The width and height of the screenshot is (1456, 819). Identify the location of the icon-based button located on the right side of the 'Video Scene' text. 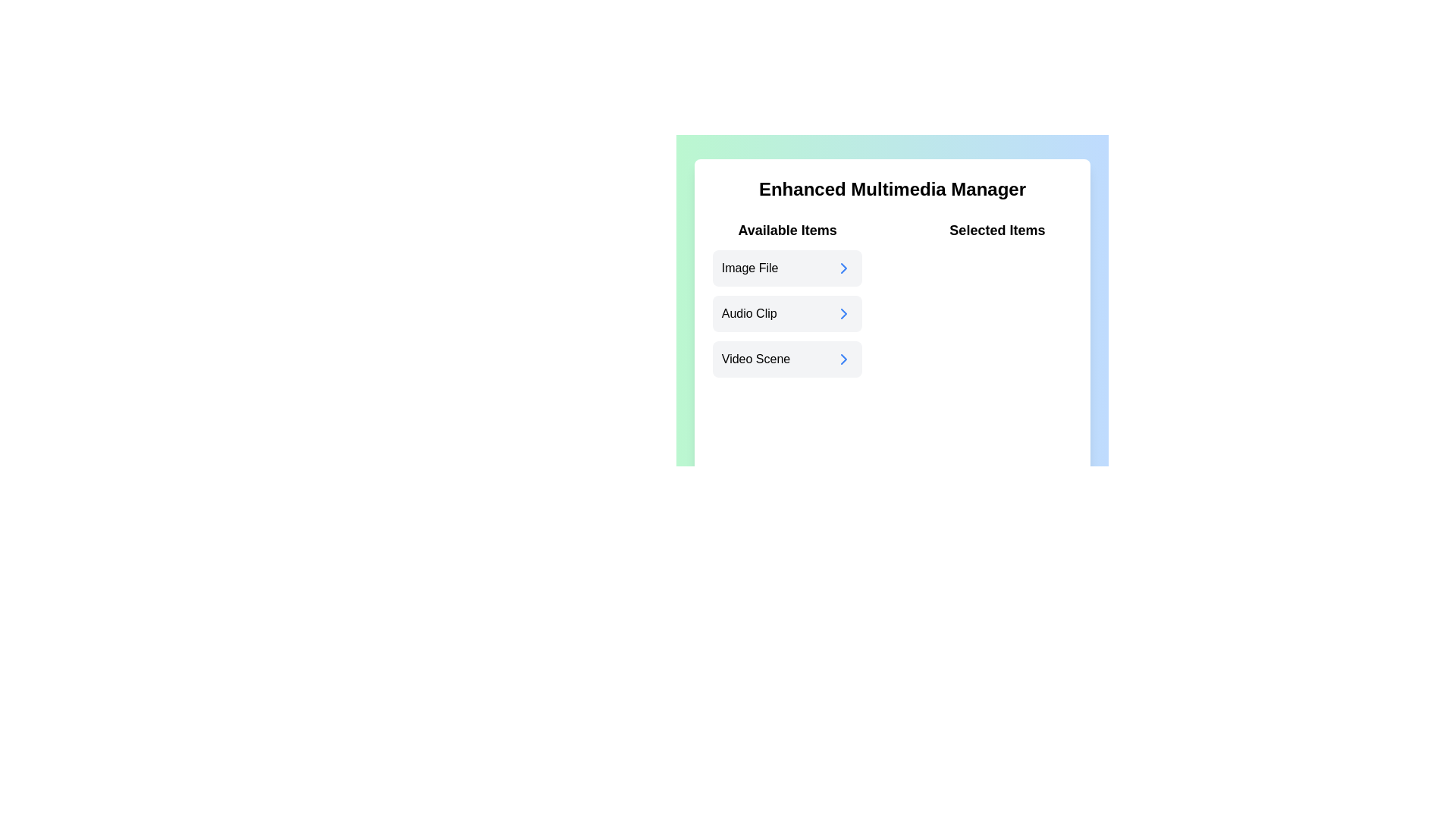
(843, 359).